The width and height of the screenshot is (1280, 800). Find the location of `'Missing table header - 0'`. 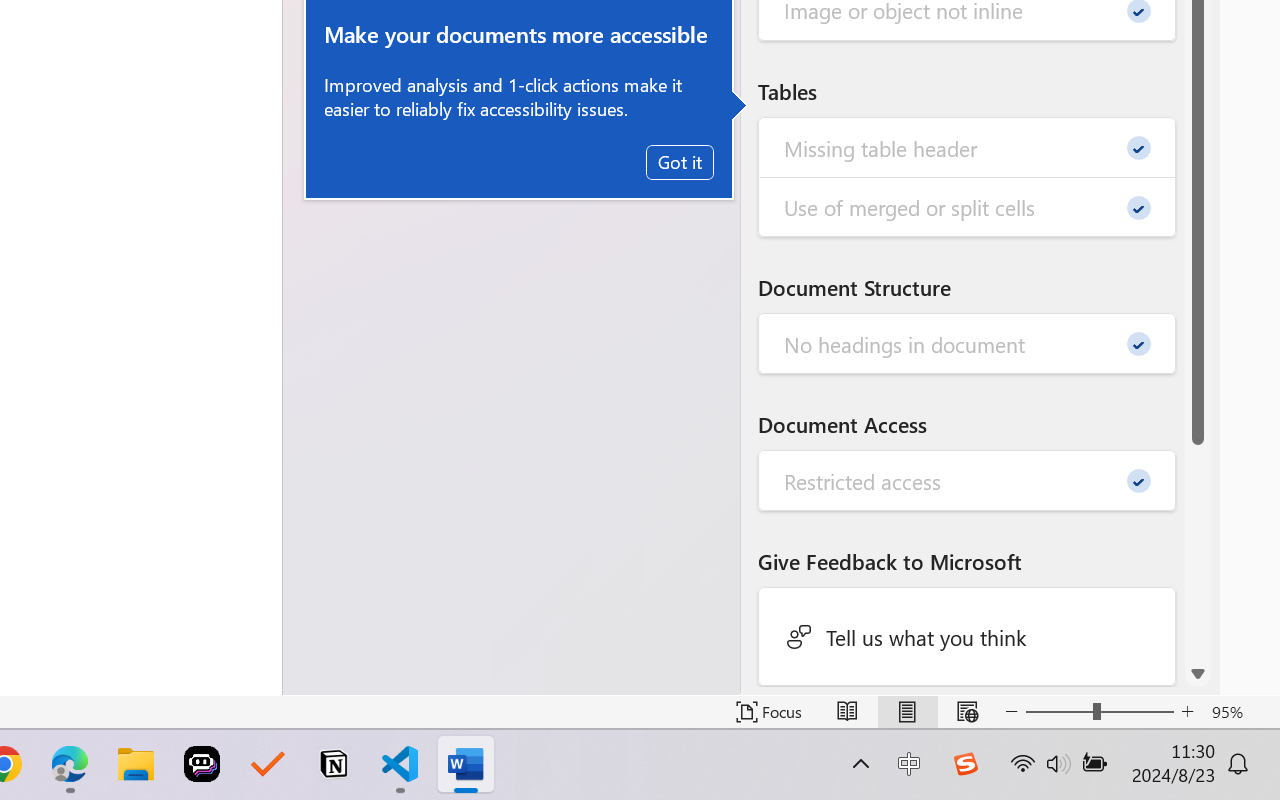

'Missing table header - 0' is located at coordinates (967, 148).